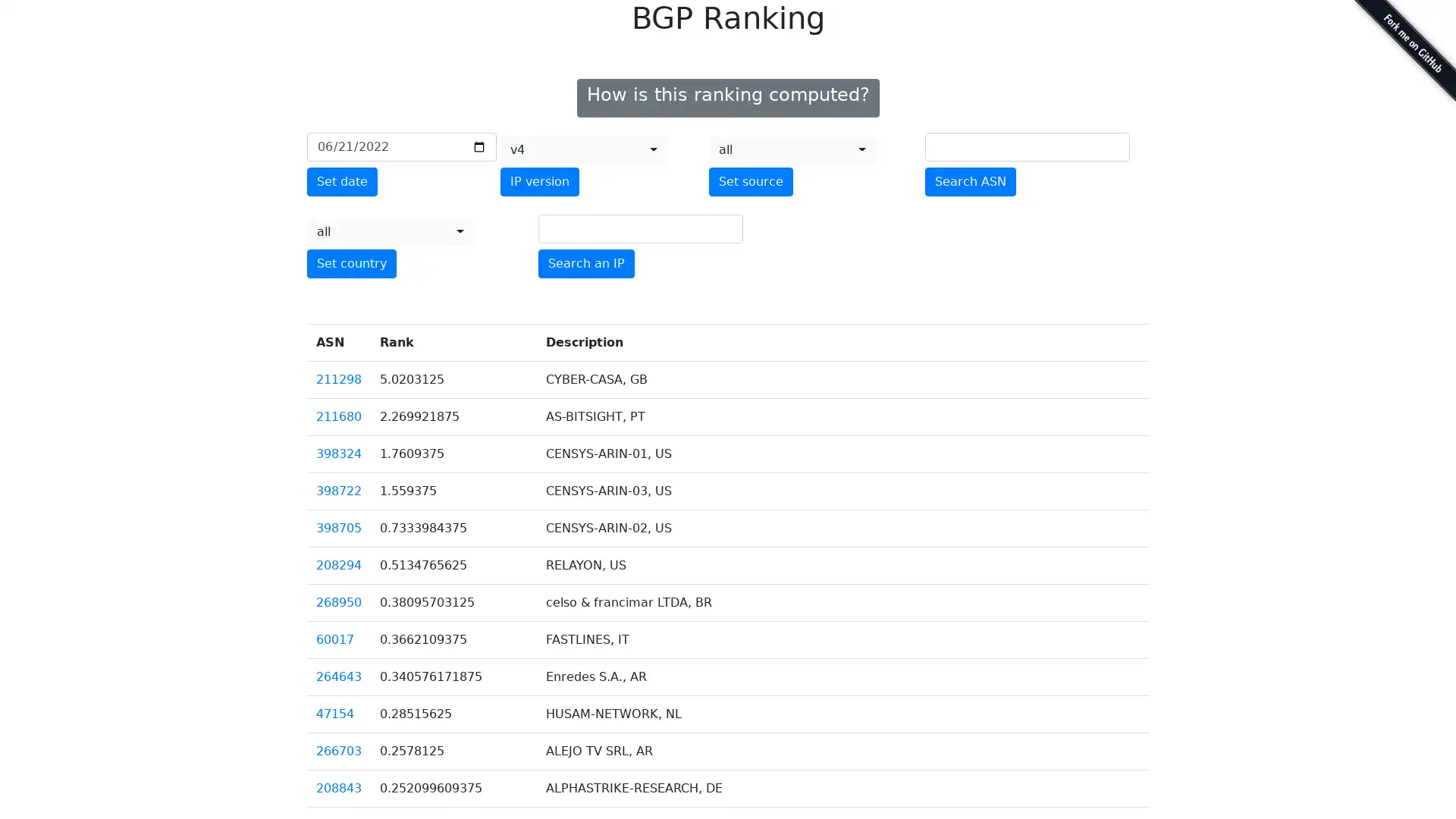 The width and height of the screenshot is (1456, 819). What do you see at coordinates (726, 97) in the screenshot?
I see `How is this ranking computed?` at bounding box center [726, 97].